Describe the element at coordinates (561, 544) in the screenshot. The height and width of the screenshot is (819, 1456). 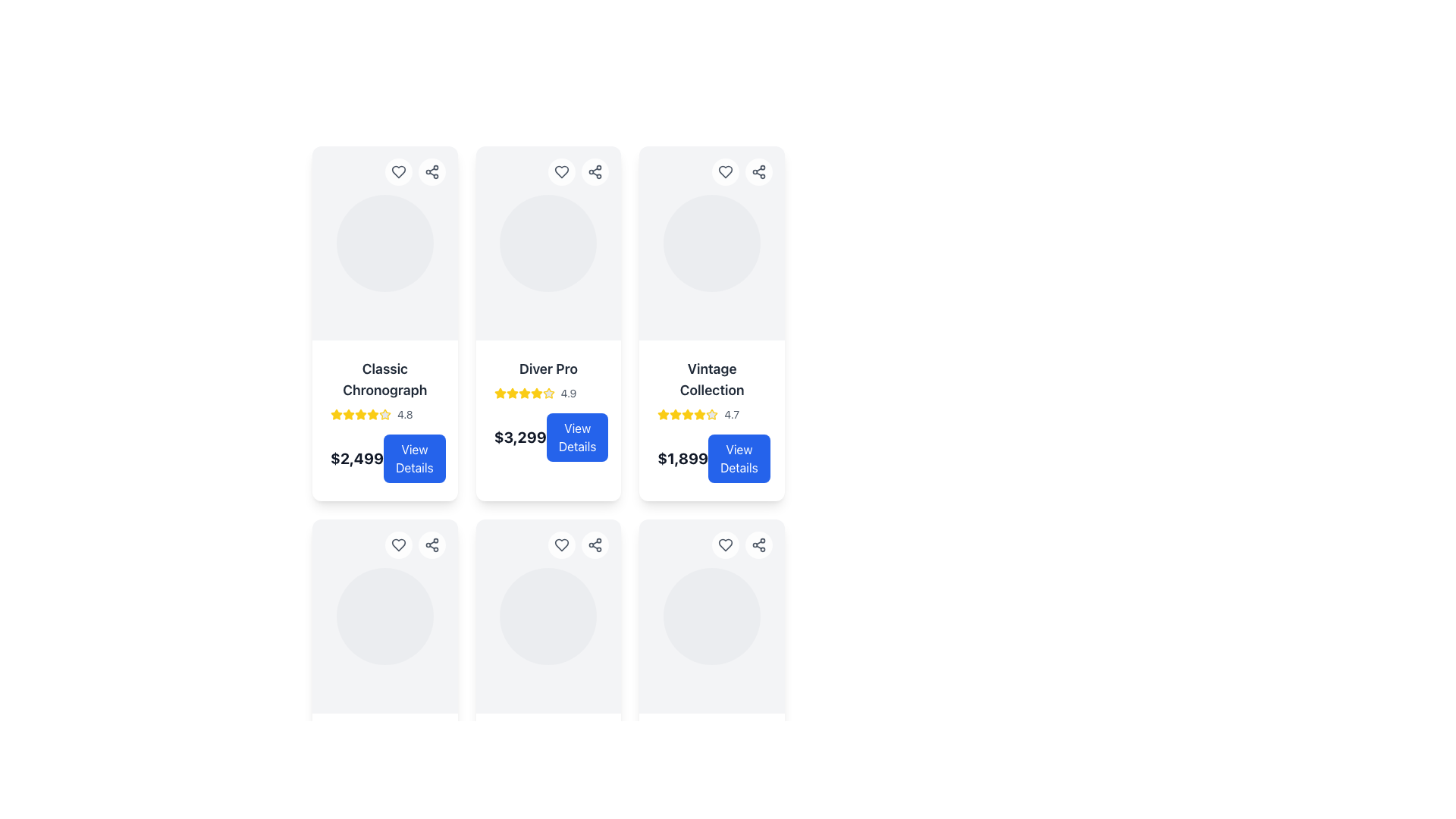
I see `the heart-shaped icon located in the top-right corner of the middle card in the bottom row, which indicates a 'like' or 'favorite' action` at that location.